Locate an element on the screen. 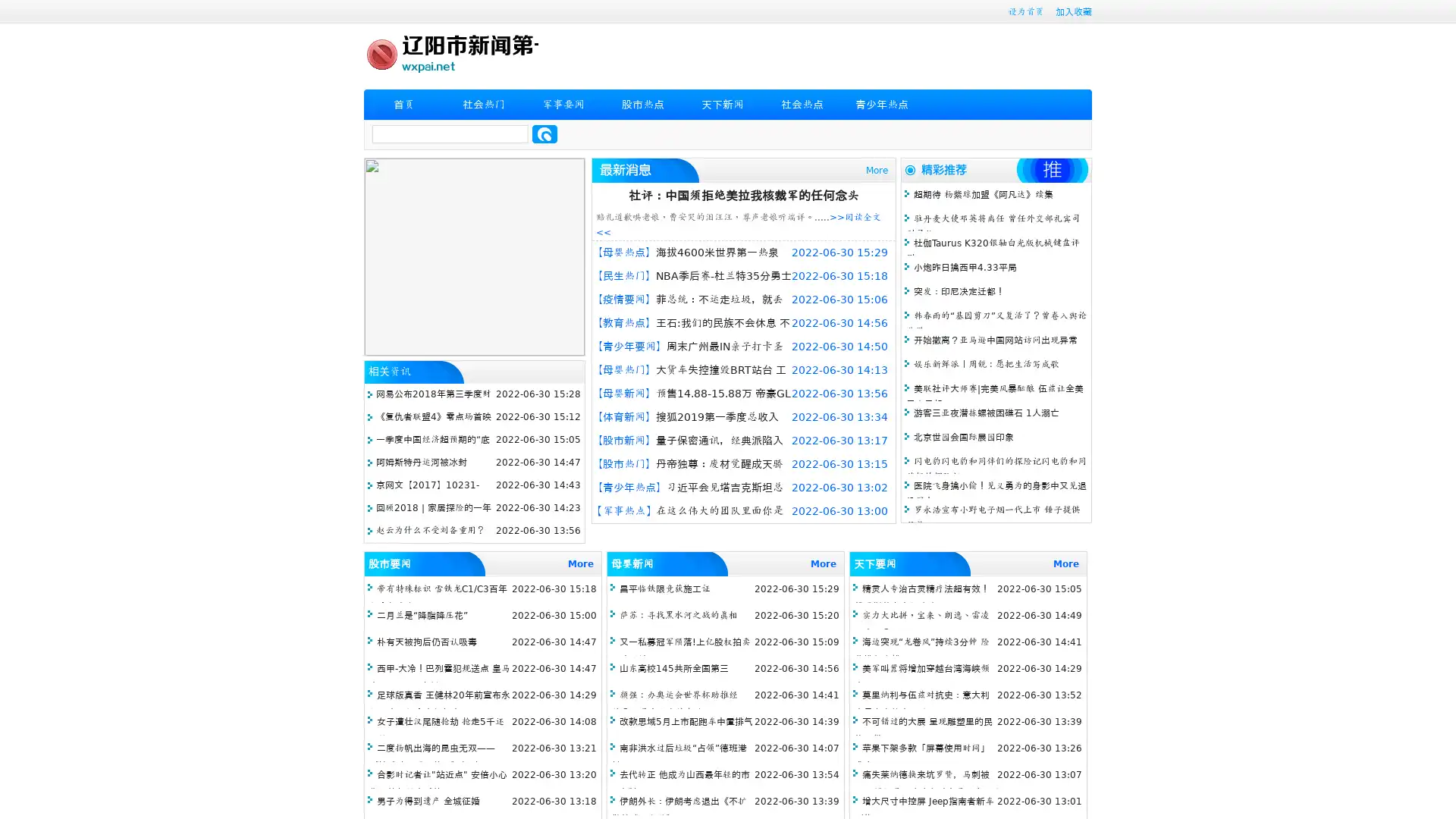 This screenshot has width=1456, height=819. Search is located at coordinates (544, 133).